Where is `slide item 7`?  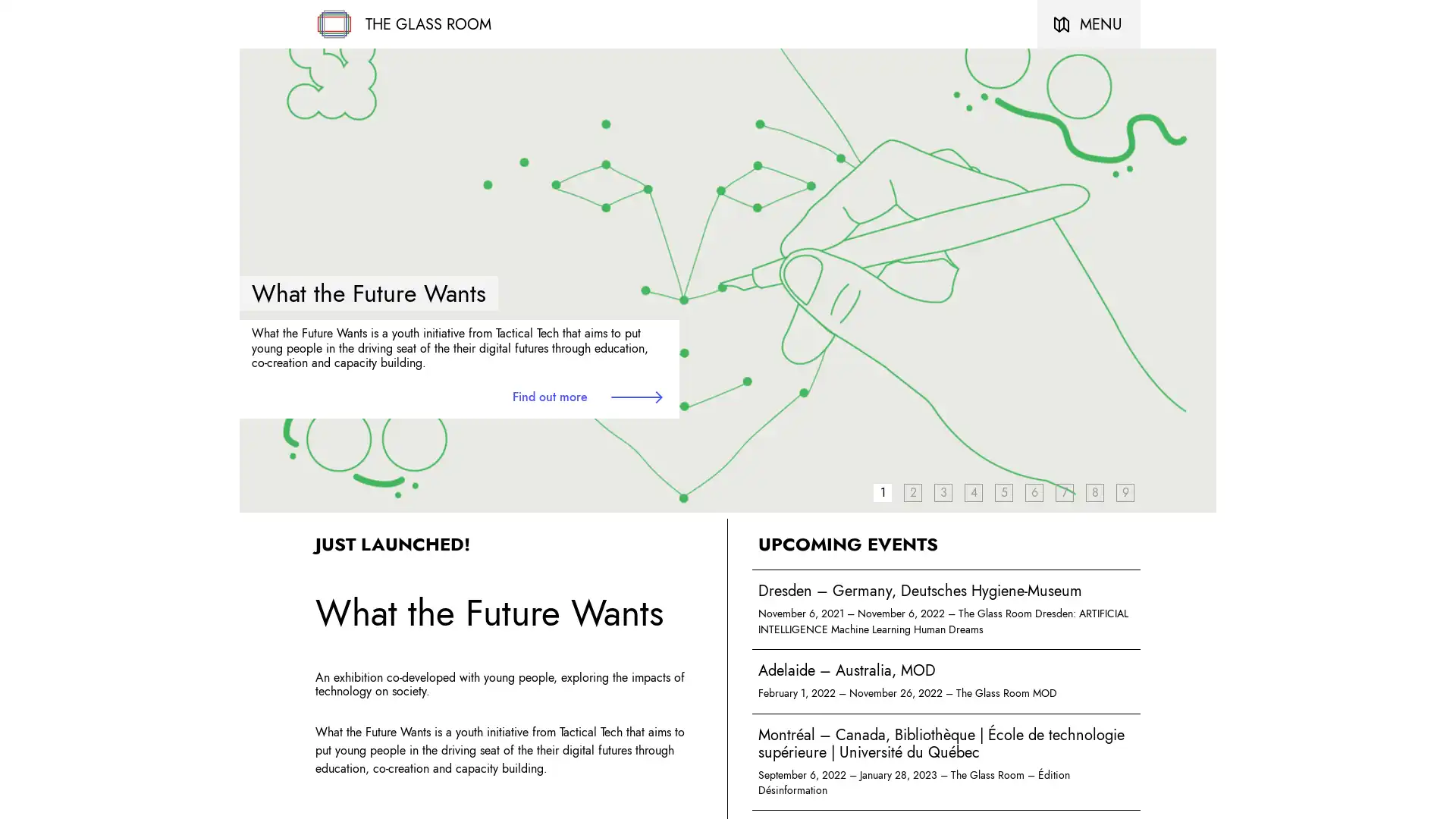 slide item 7 is located at coordinates (1063, 491).